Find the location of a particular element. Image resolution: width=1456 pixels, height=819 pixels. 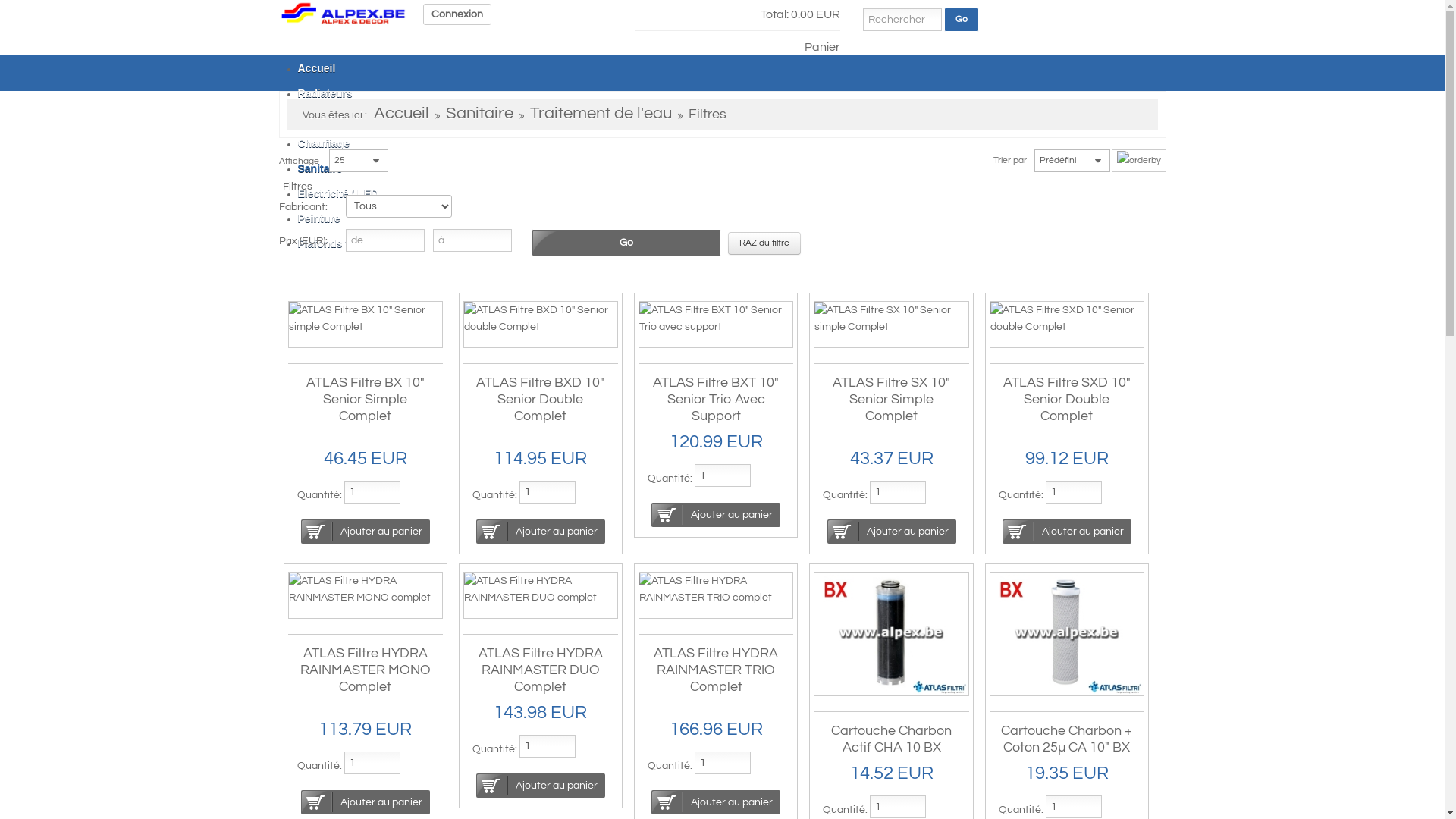

'Panier' is located at coordinates (821, 42).